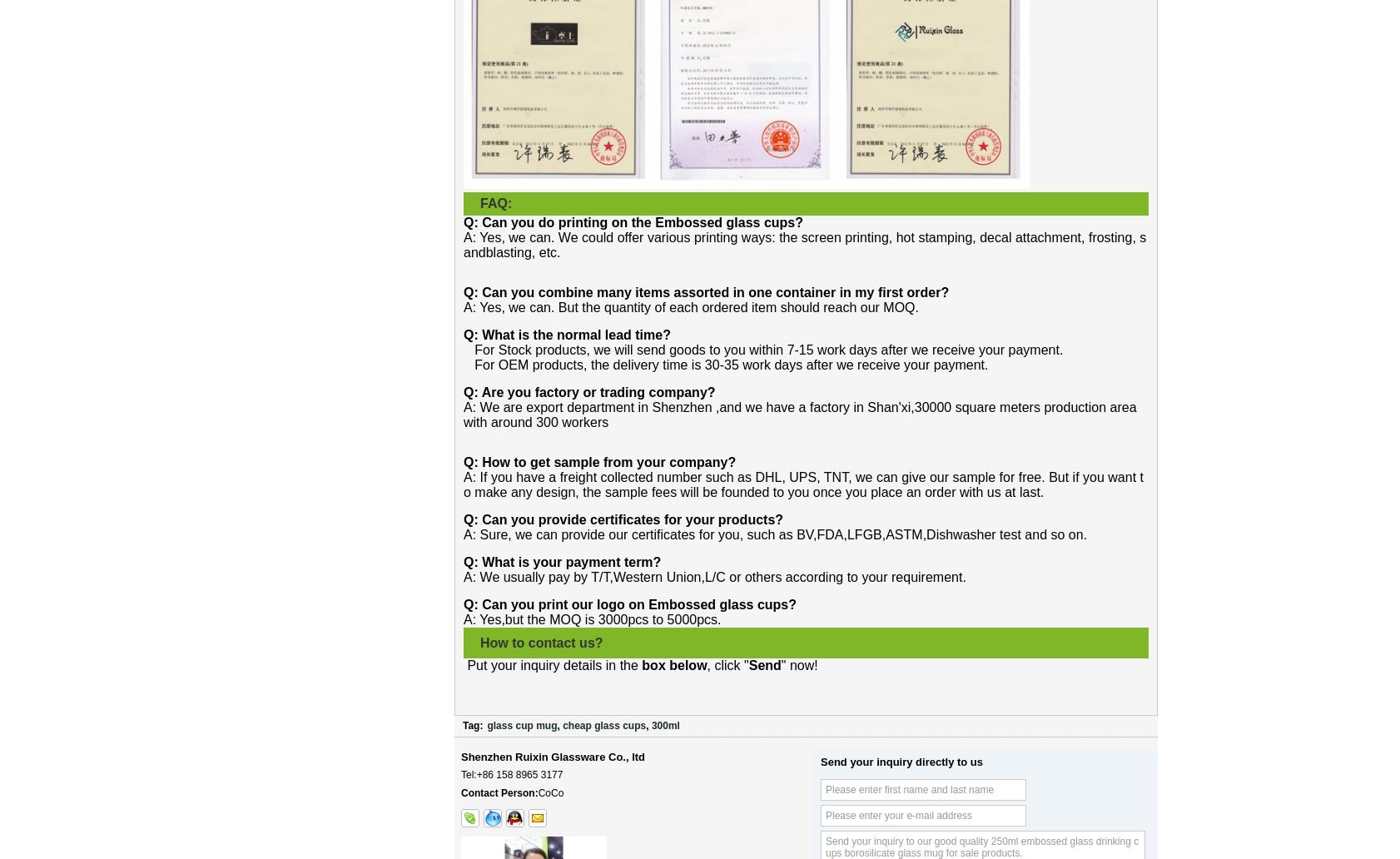  Describe the element at coordinates (553, 756) in the screenshot. I see `'Shenzhen Ruixin Glassware Co., ltd'` at that location.